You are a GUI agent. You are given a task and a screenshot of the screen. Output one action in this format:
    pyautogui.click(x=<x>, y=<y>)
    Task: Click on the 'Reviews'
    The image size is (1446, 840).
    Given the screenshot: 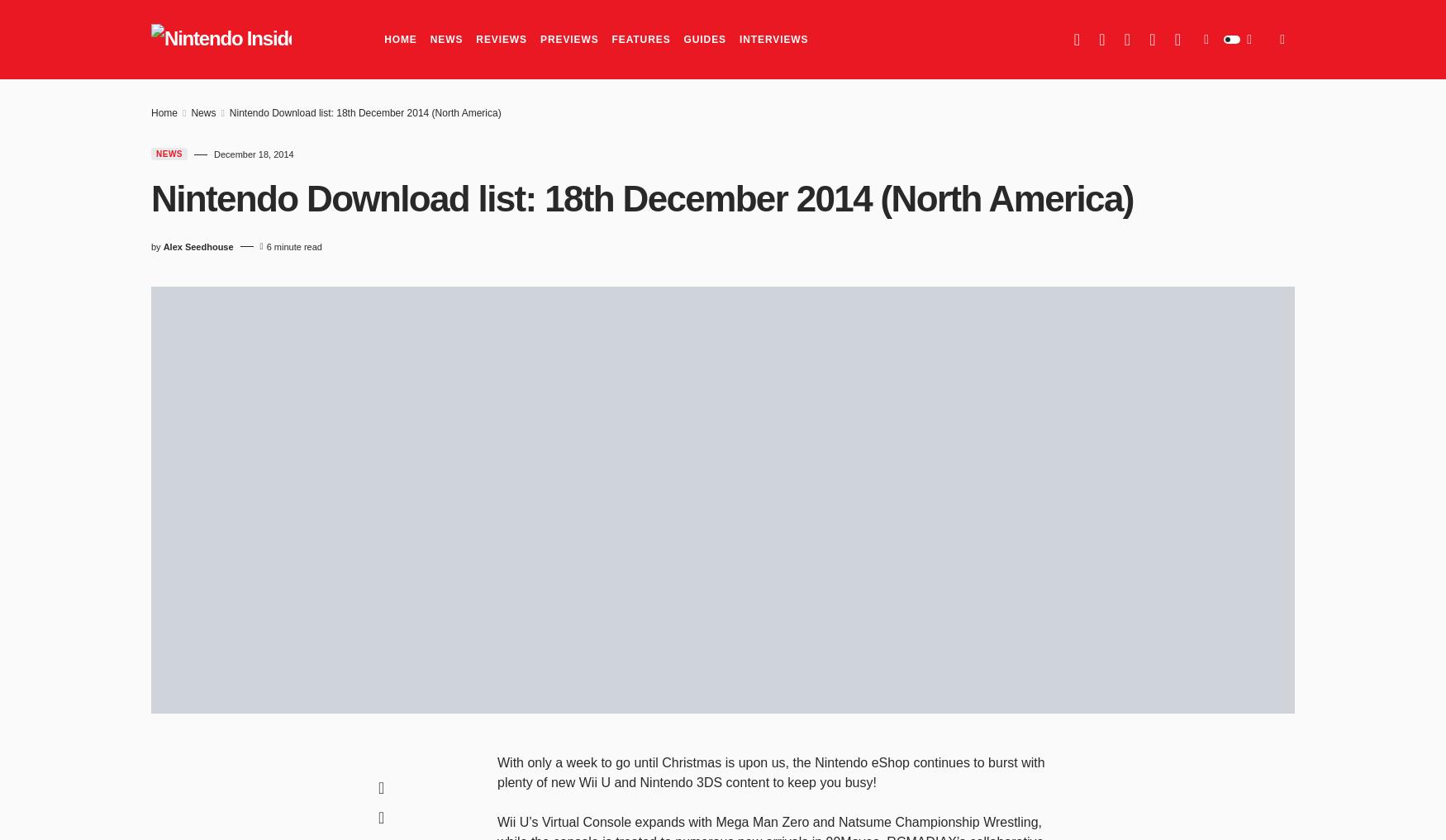 What is the action you would take?
    pyautogui.click(x=502, y=39)
    